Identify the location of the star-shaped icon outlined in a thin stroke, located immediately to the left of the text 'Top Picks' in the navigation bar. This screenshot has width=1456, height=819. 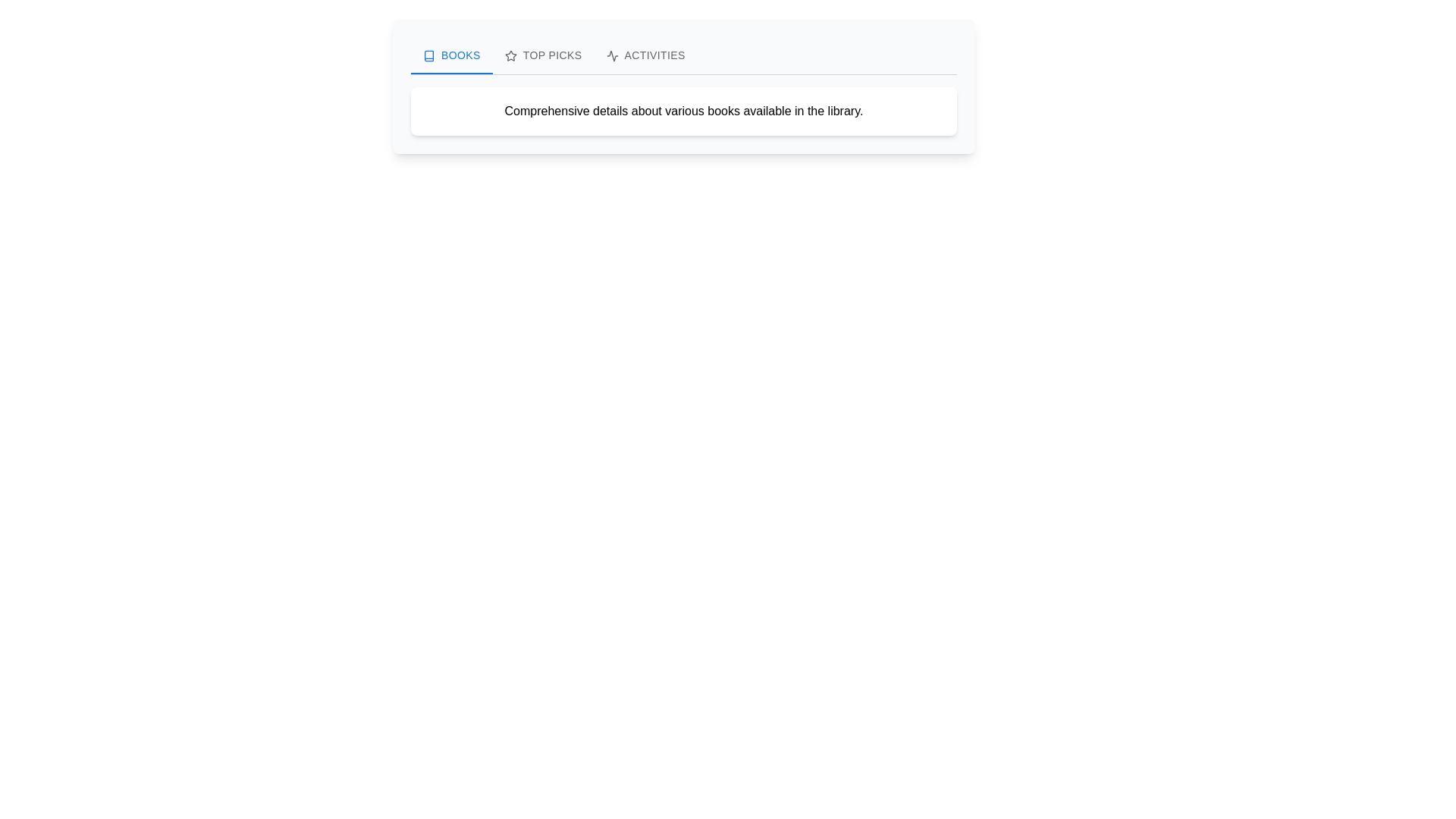
(510, 55).